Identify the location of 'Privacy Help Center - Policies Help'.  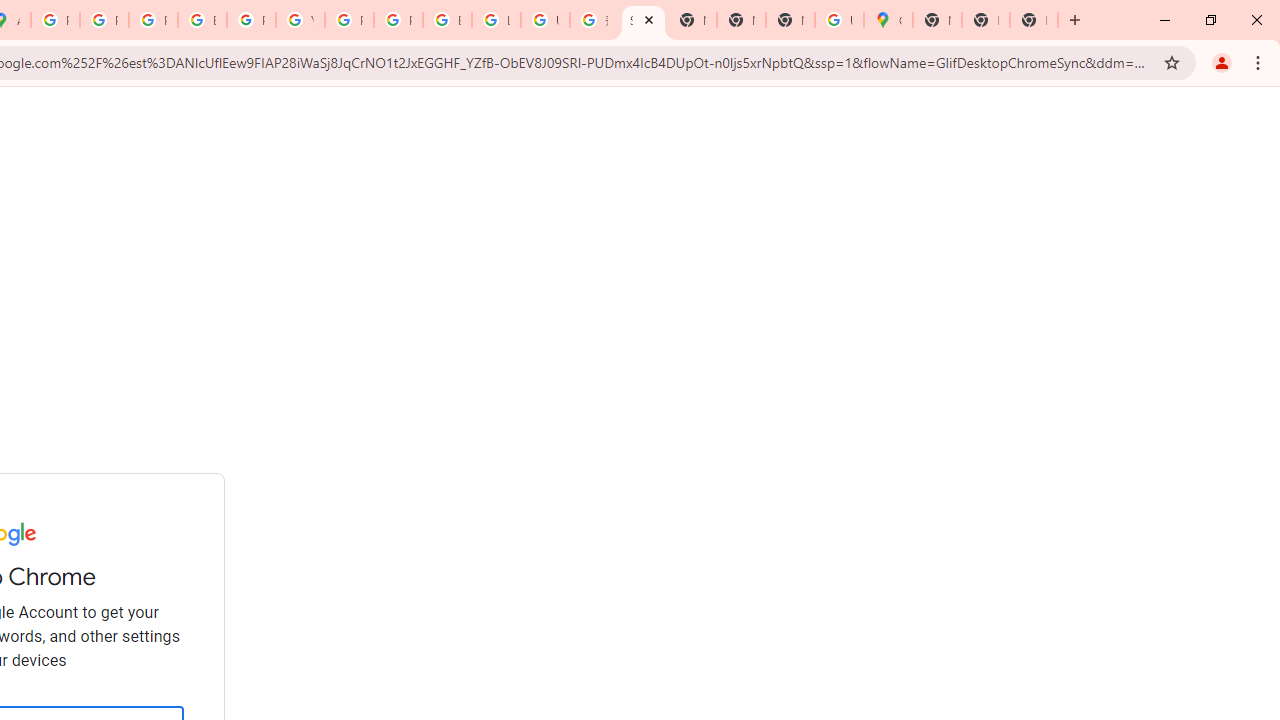
(152, 20).